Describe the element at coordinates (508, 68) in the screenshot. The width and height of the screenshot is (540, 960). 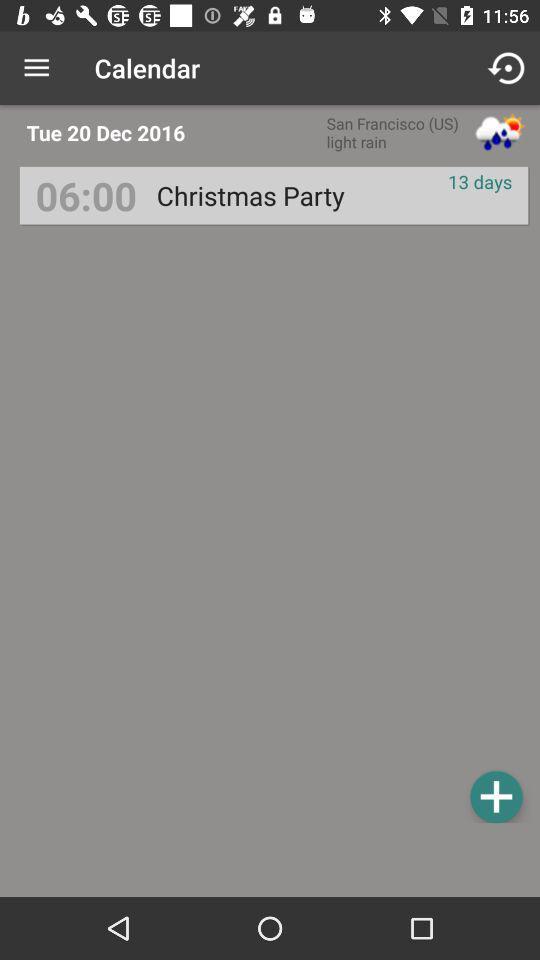
I see `icon next to the calendar item` at that location.